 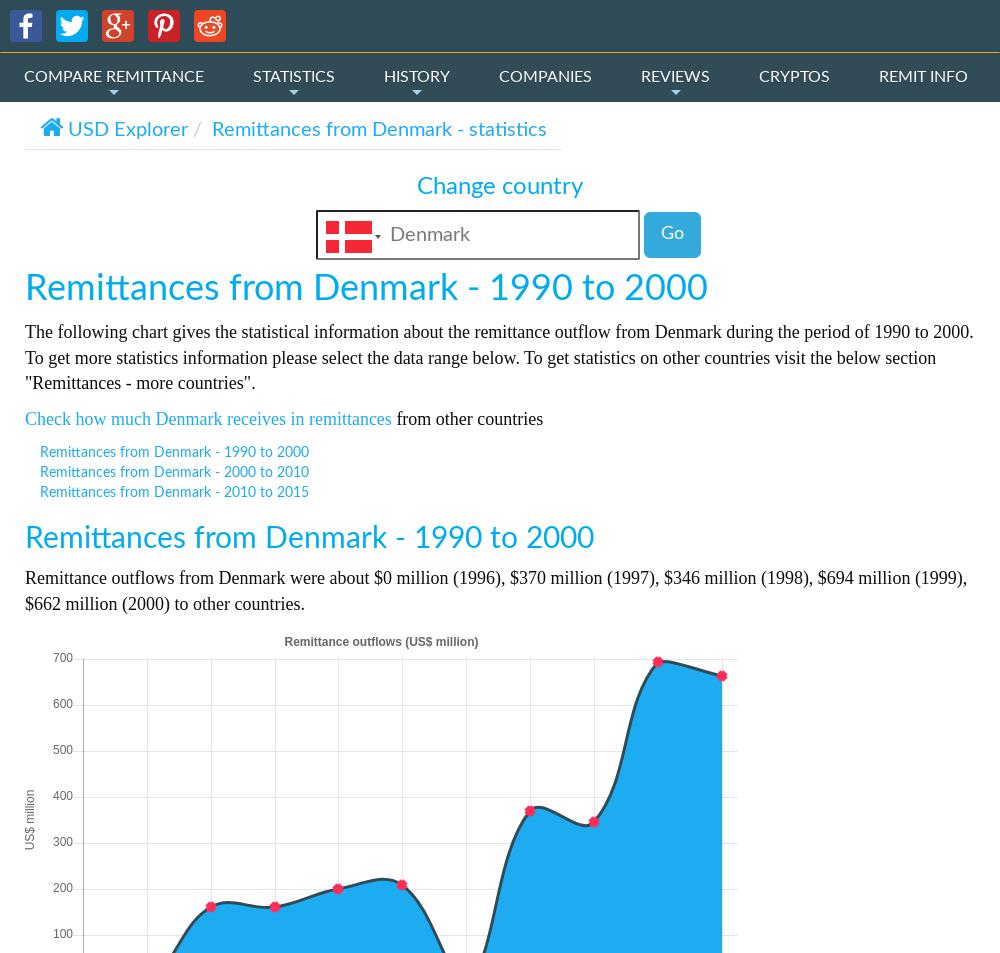 I want to click on 'CRYPTOS', so click(x=794, y=76).